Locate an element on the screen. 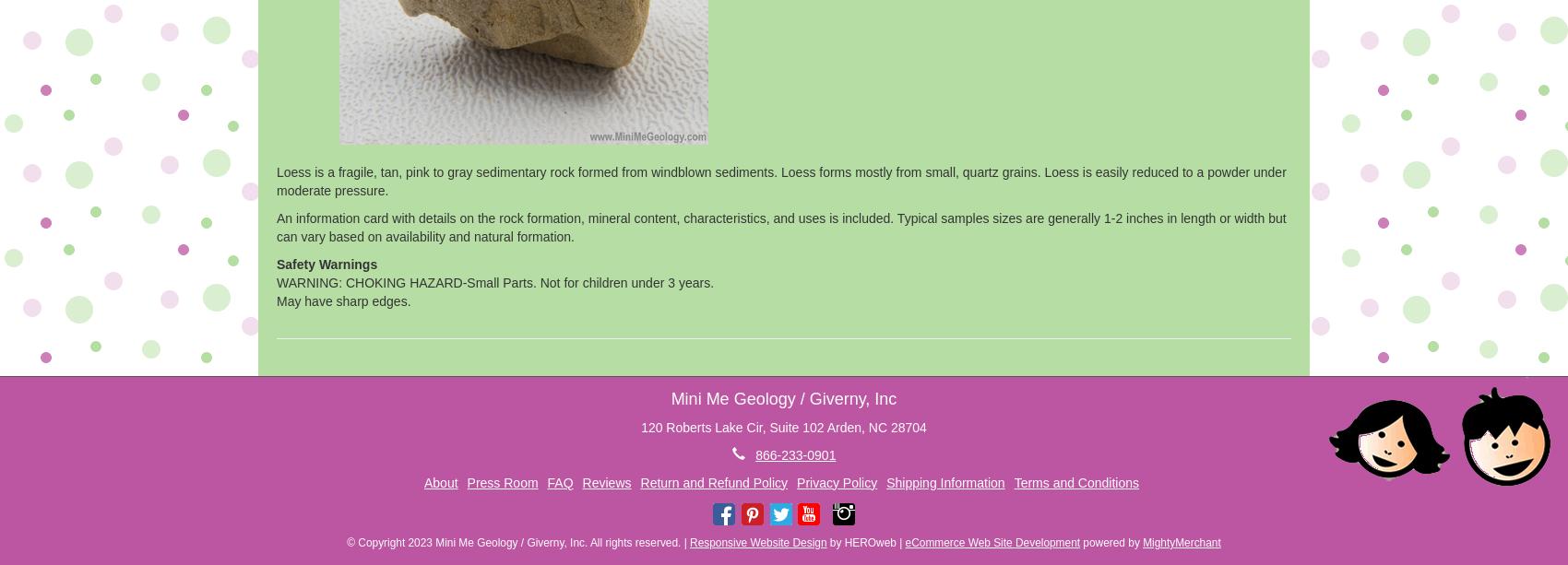 The image size is (1568, 565). 'An information card with details on the rock formation, mineral content, characteristics, and uses is included. Typical samples sizes are generally 1-2 inches in length or width but can vary based on availability and natural formation.' is located at coordinates (779, 226).